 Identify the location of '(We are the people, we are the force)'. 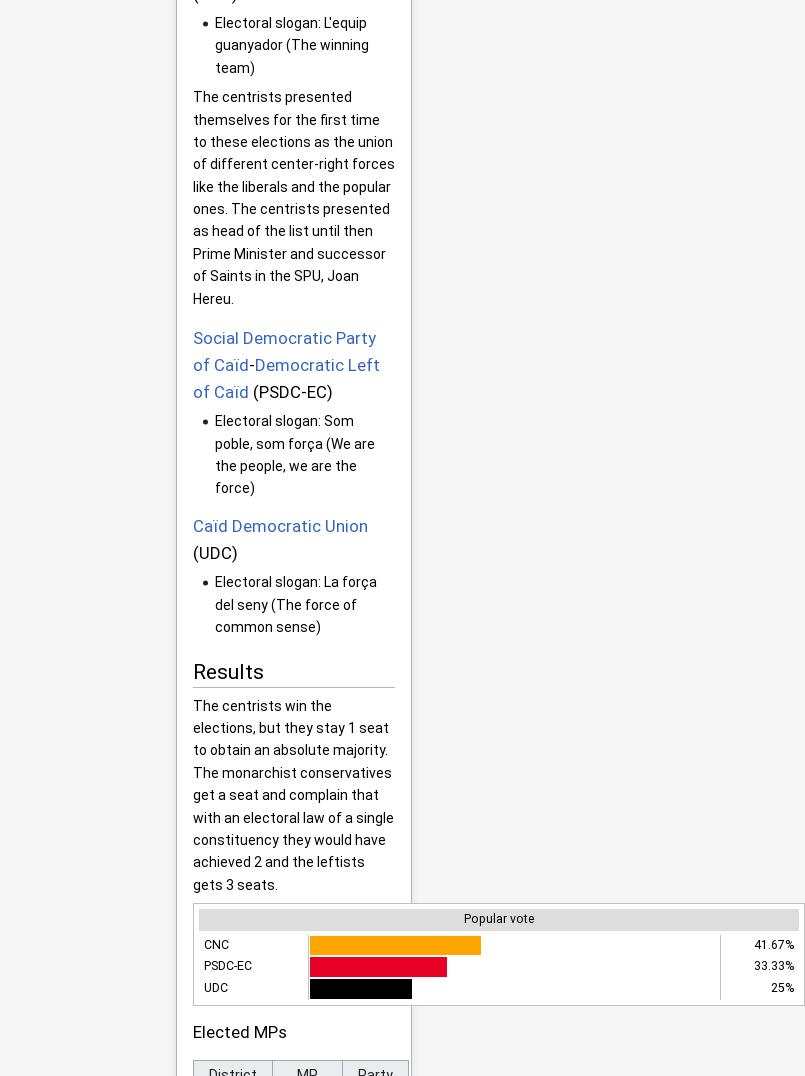
(214, 464).